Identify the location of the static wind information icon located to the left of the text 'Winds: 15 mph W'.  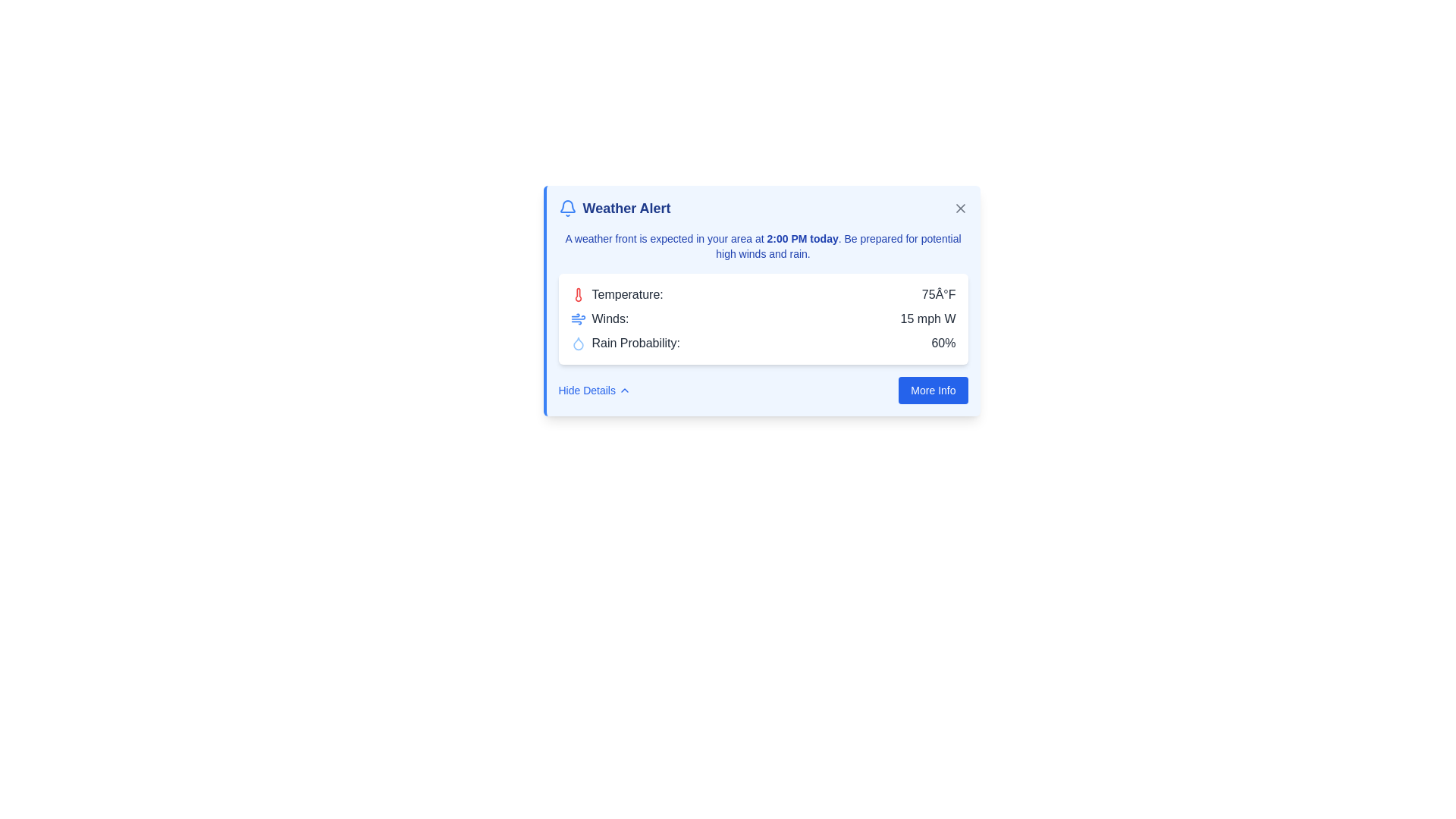
(577, 318).